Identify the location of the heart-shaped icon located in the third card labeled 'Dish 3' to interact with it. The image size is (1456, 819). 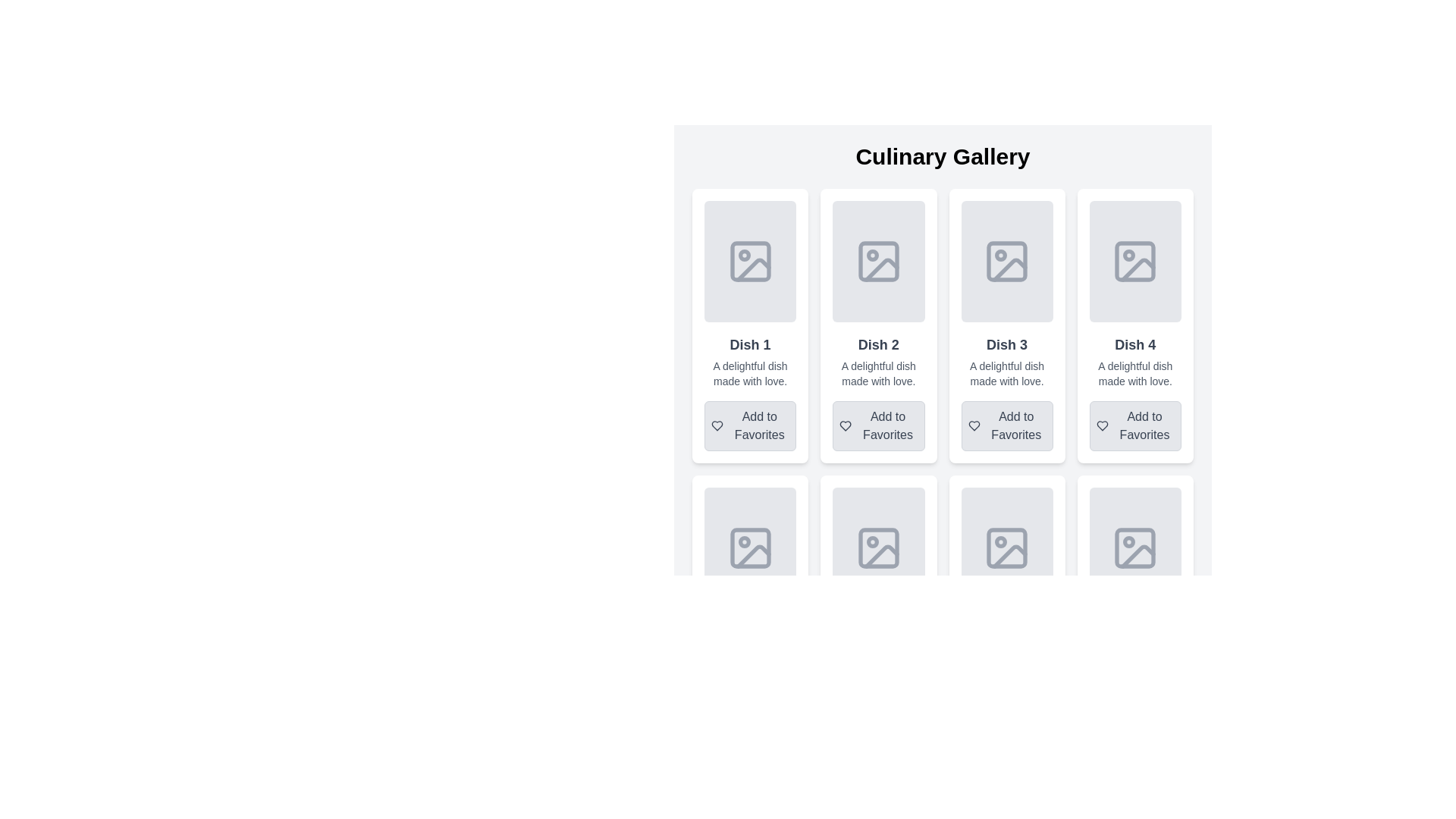
(974, 426).